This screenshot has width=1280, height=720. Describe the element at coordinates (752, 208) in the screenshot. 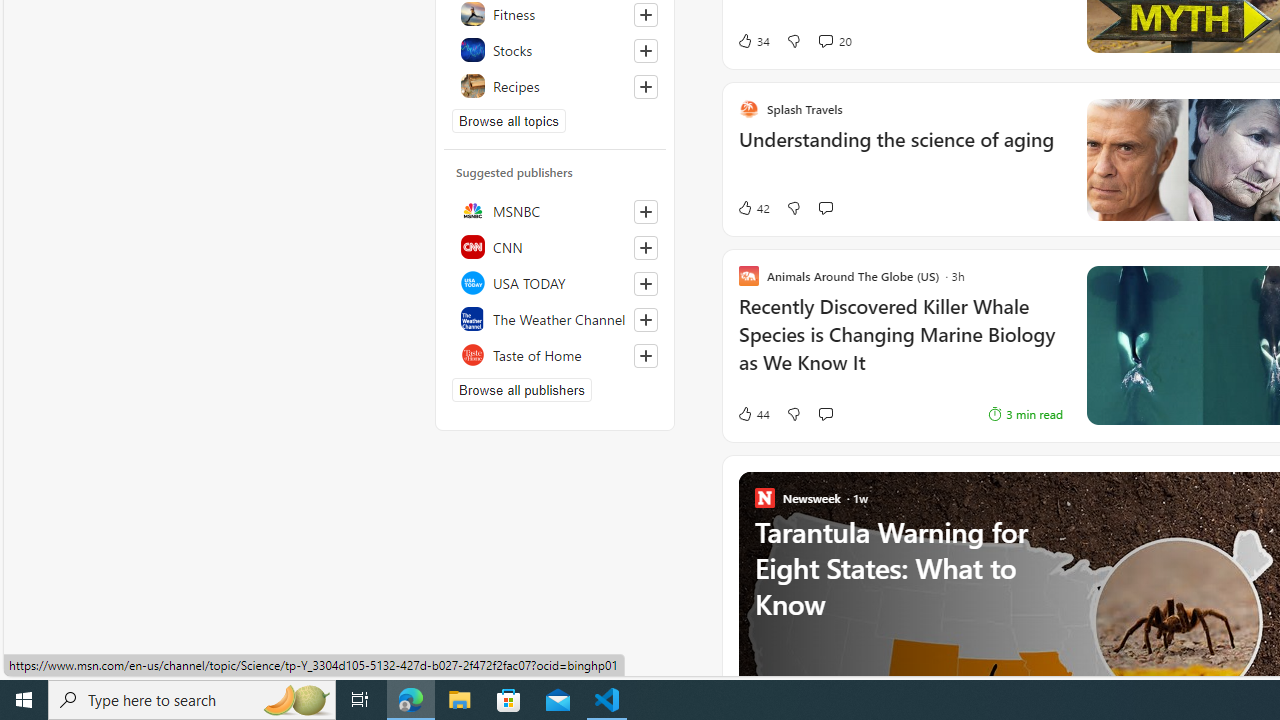

I see `'42 Like'` at that location.